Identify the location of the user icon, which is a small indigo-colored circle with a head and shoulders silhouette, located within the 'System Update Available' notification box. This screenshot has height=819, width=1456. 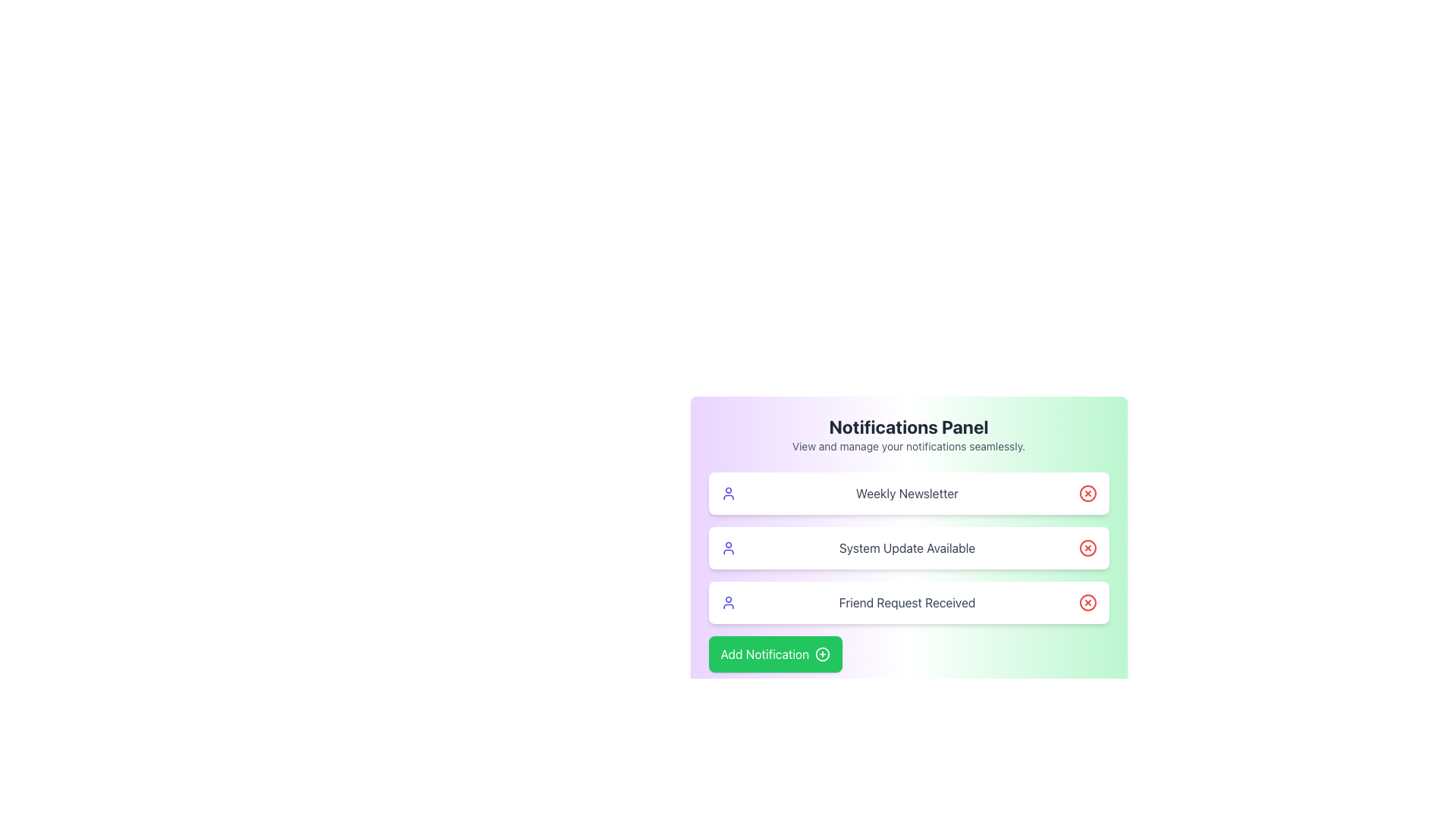
(728, 548).